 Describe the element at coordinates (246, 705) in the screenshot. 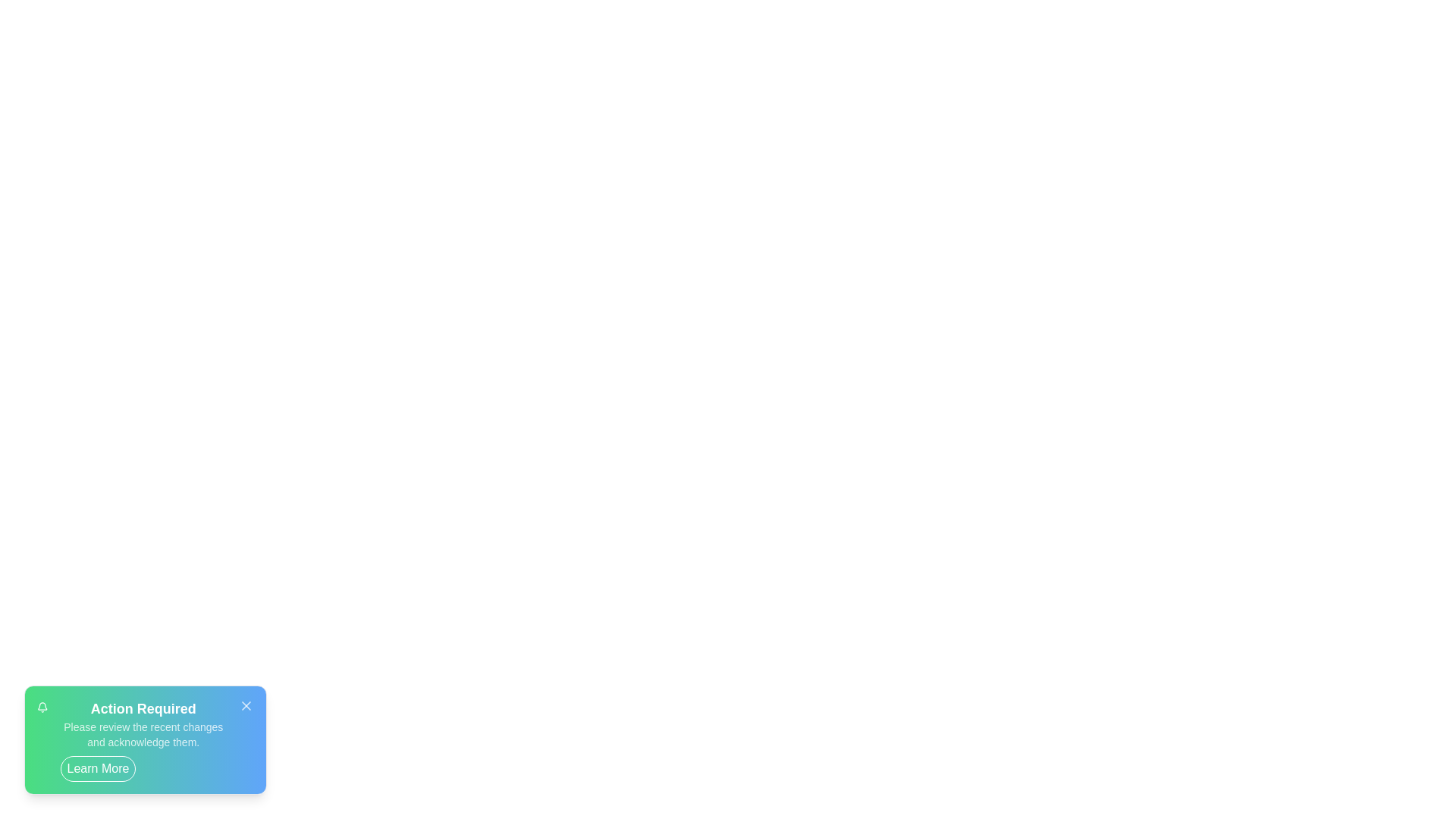

I see `the dismiss button to close the notification` at that location.